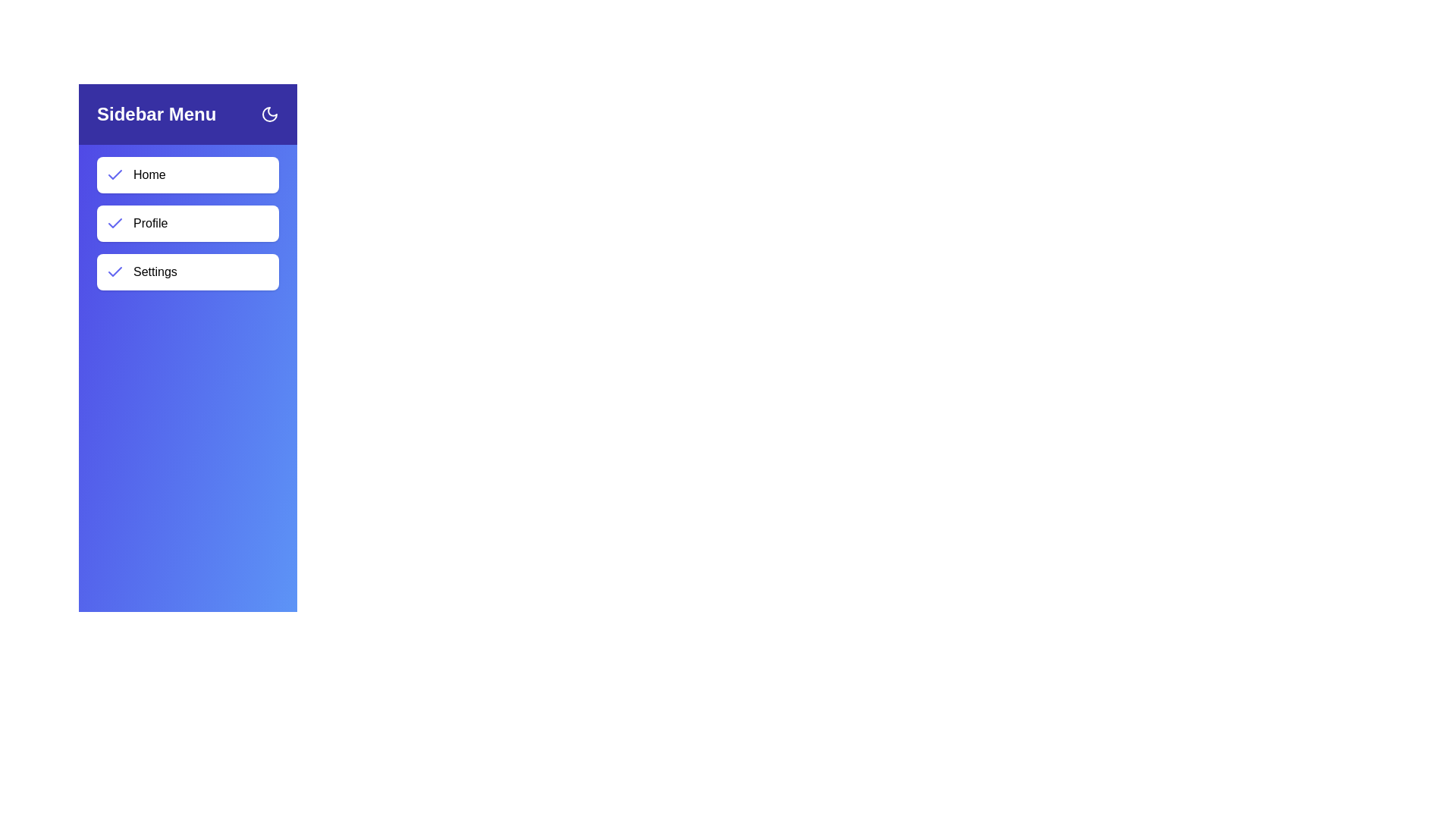 Image resolution: width=1456 pixels, height=819 pixels. Describe the element at coordinates (187, 174) in the screenshot. I see `the menu item Home to navigate` at that location.